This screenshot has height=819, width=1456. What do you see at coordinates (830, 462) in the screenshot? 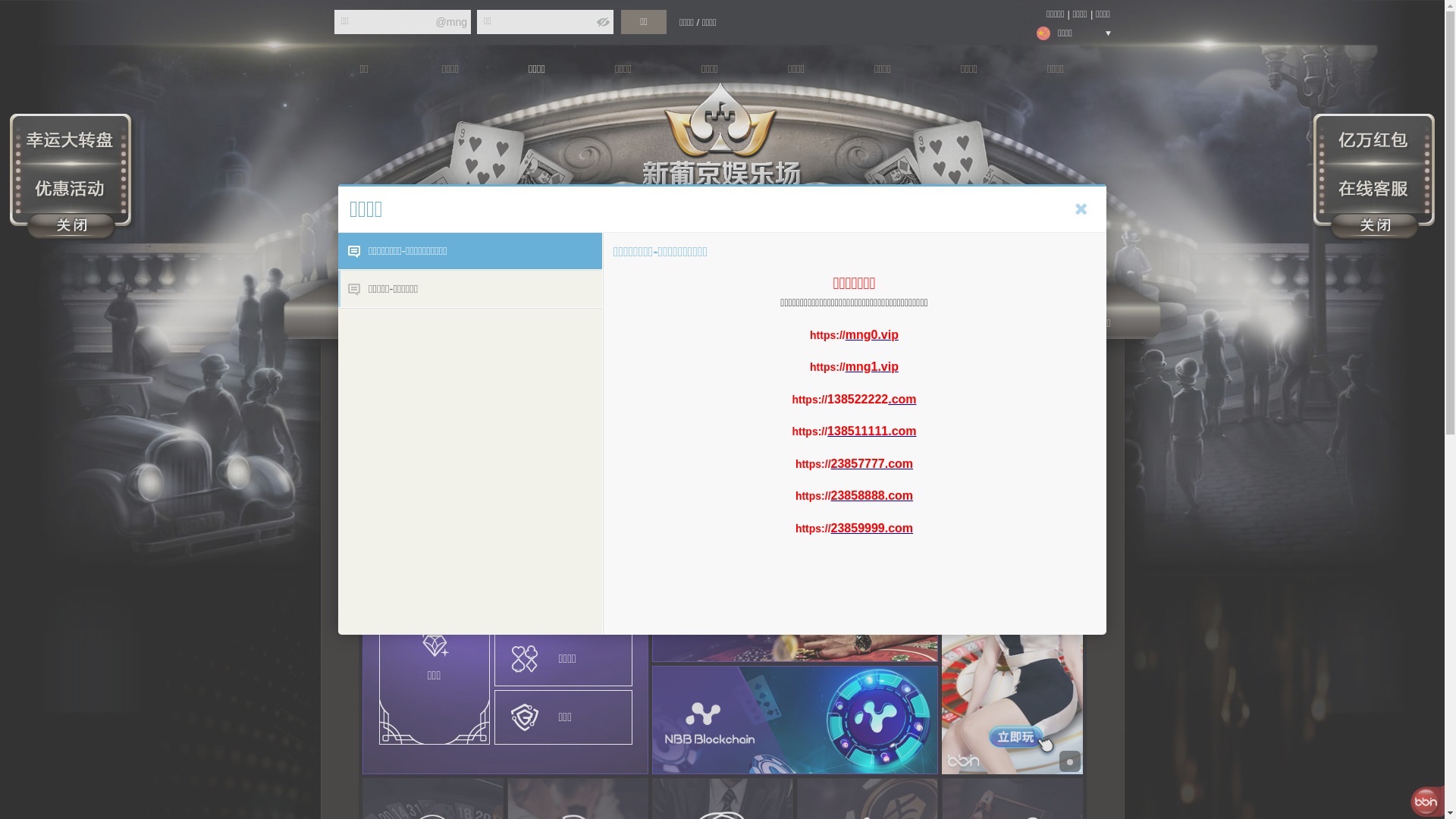
I see `'23857777.com'` at bounding box center [830, 462].